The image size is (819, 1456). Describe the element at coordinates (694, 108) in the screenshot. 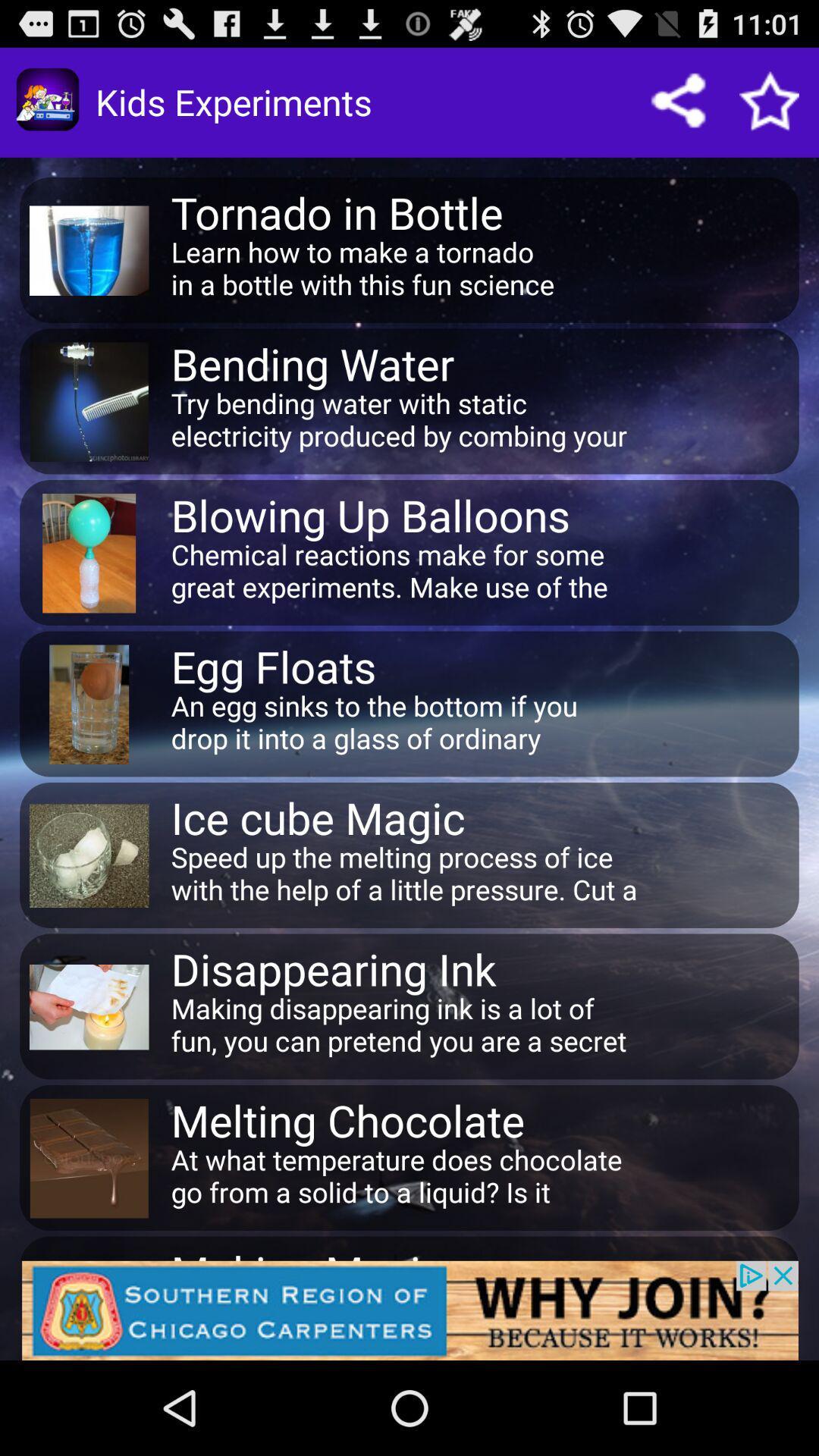

I see `the share icon` at that location.